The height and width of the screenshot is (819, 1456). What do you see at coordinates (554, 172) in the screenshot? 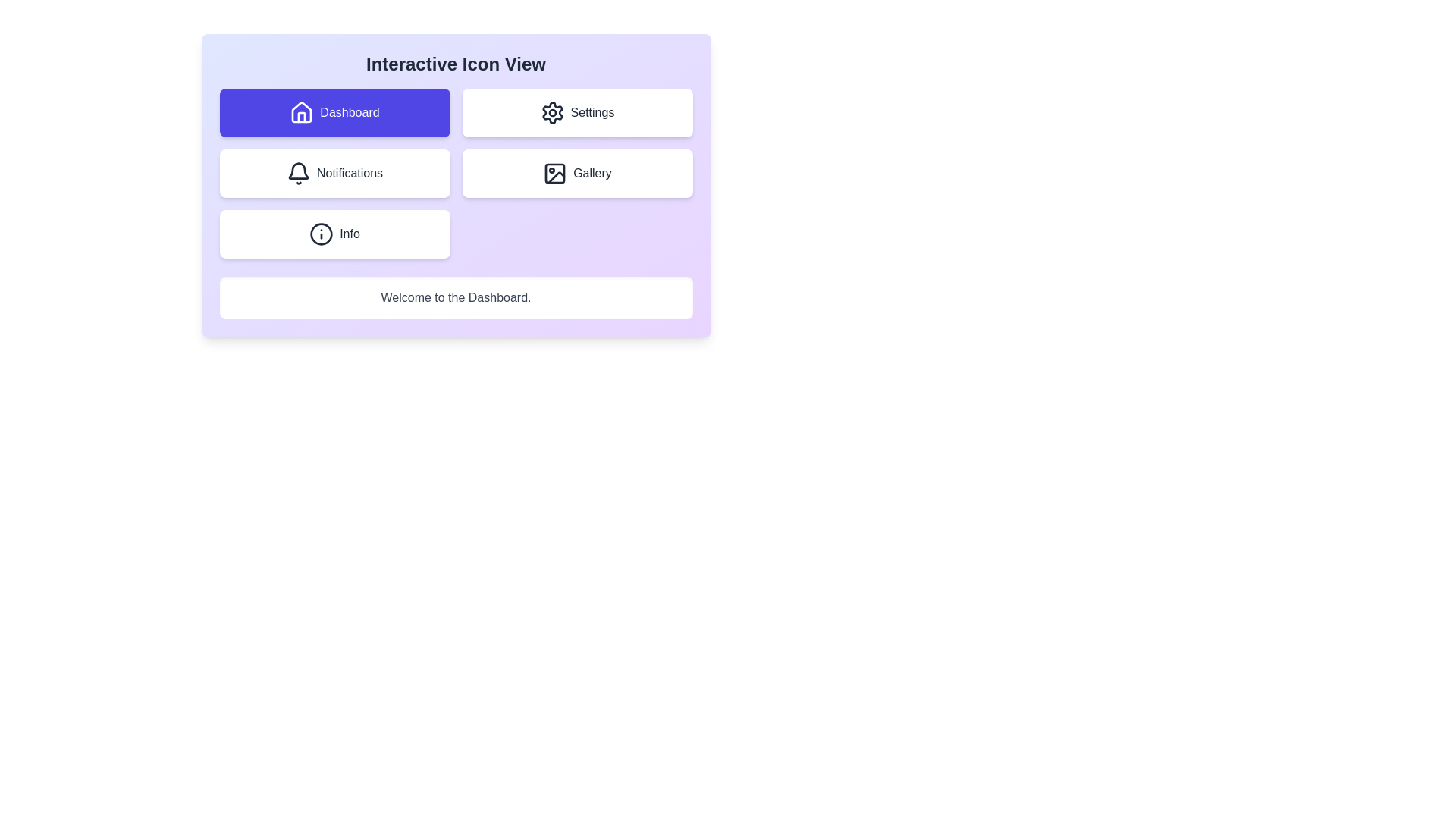
I see `the gallery icon located at the left-most part of the 'Gallery' button` at bounding box center [554, 172].